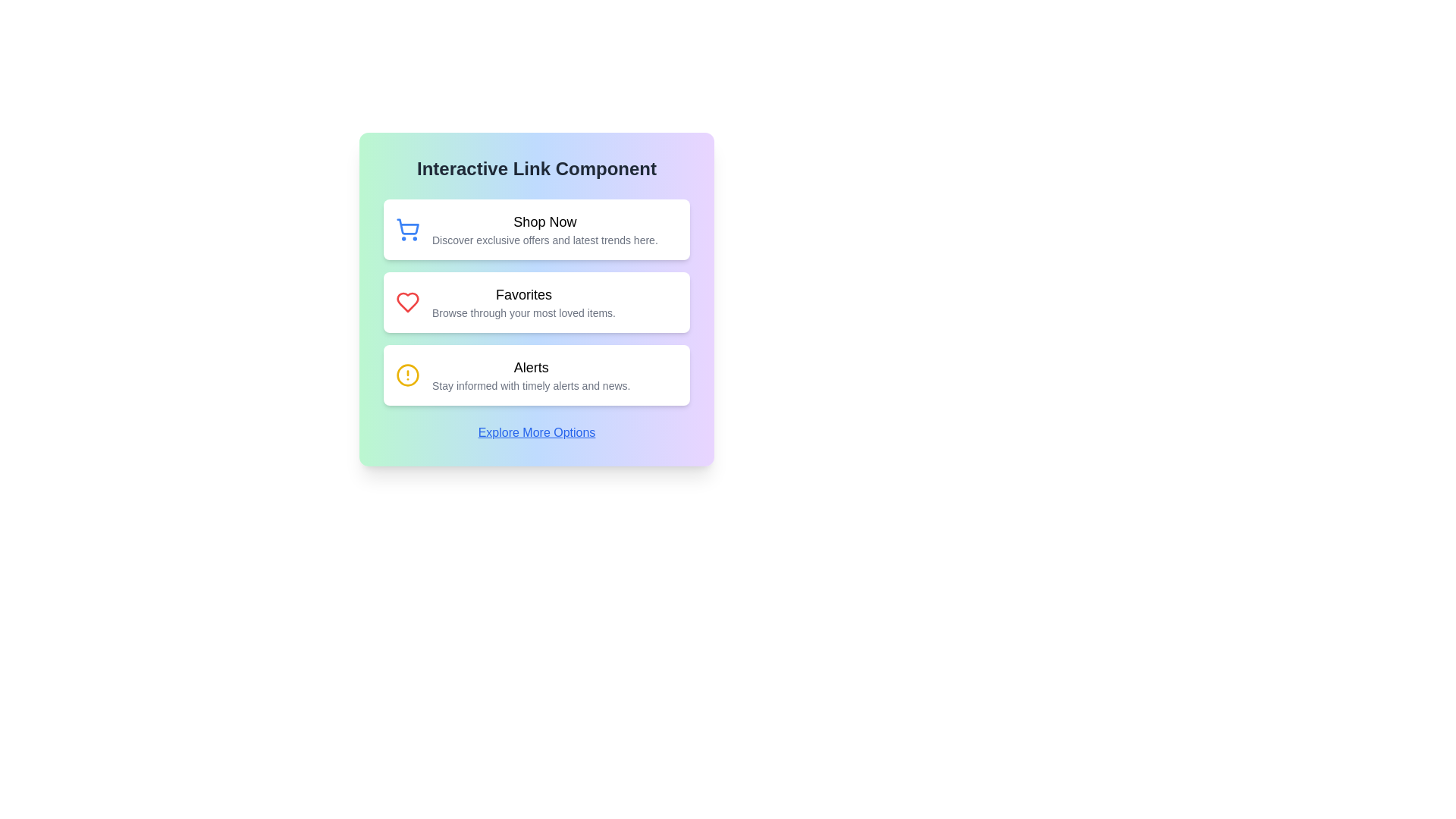  Describe the element at coordinates (524, 302) in the screenshot. I see `the 'Favorites' structured content grouping, which includes a bold heading and a descriptive text, located within the second card of the 'Interactive Link Component'` at that location.